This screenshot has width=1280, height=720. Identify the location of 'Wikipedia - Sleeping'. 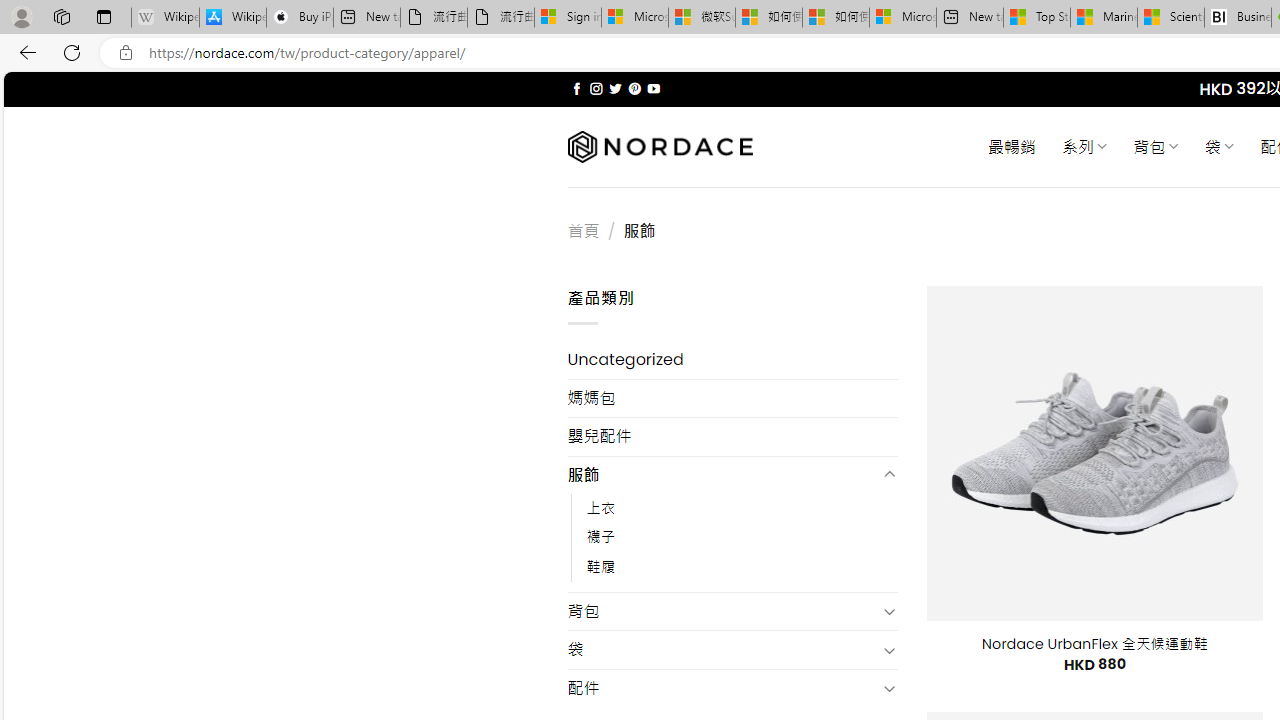
(165, 17).